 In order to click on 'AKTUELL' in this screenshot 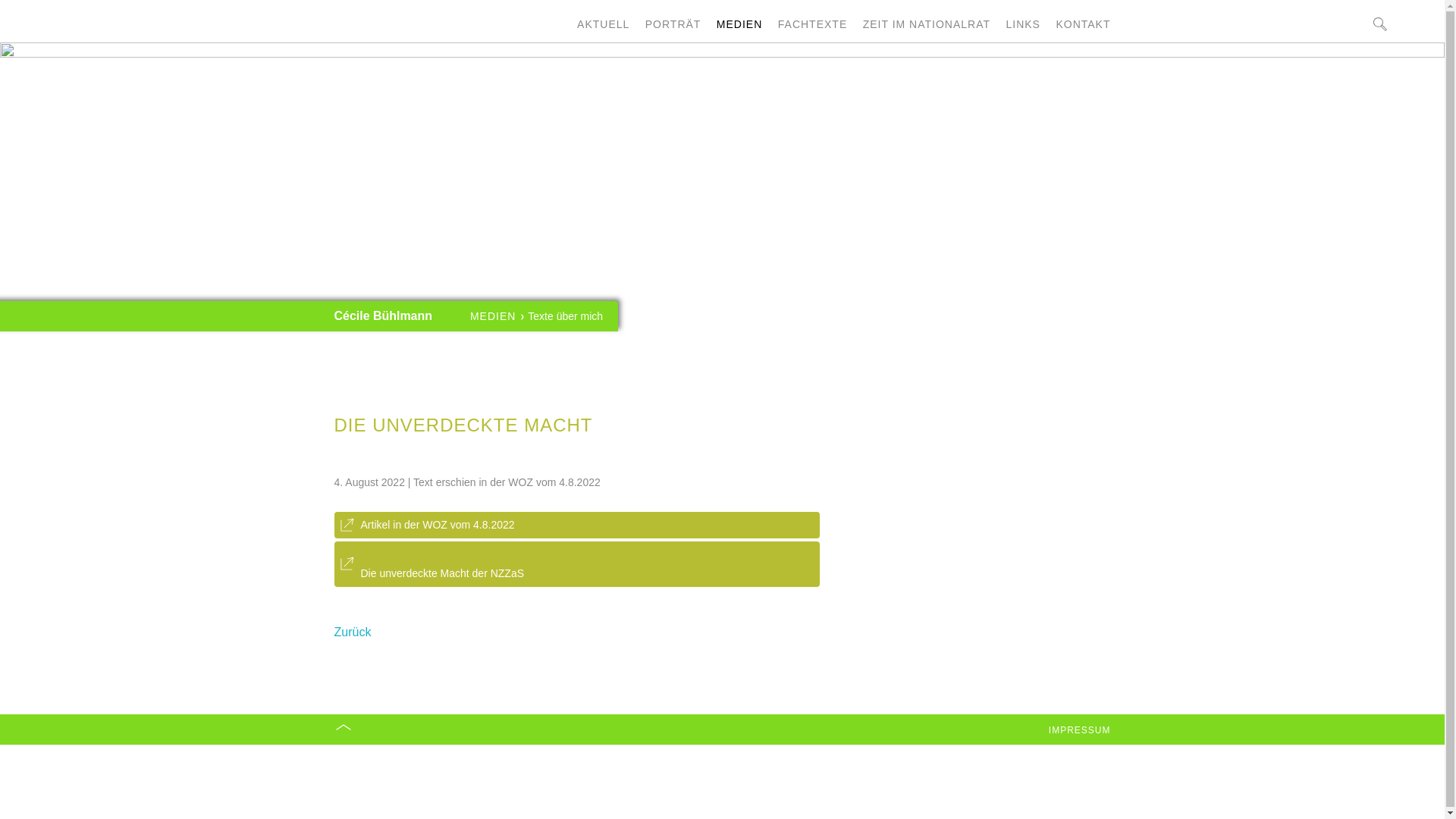, I will do `click(602, 24)`.